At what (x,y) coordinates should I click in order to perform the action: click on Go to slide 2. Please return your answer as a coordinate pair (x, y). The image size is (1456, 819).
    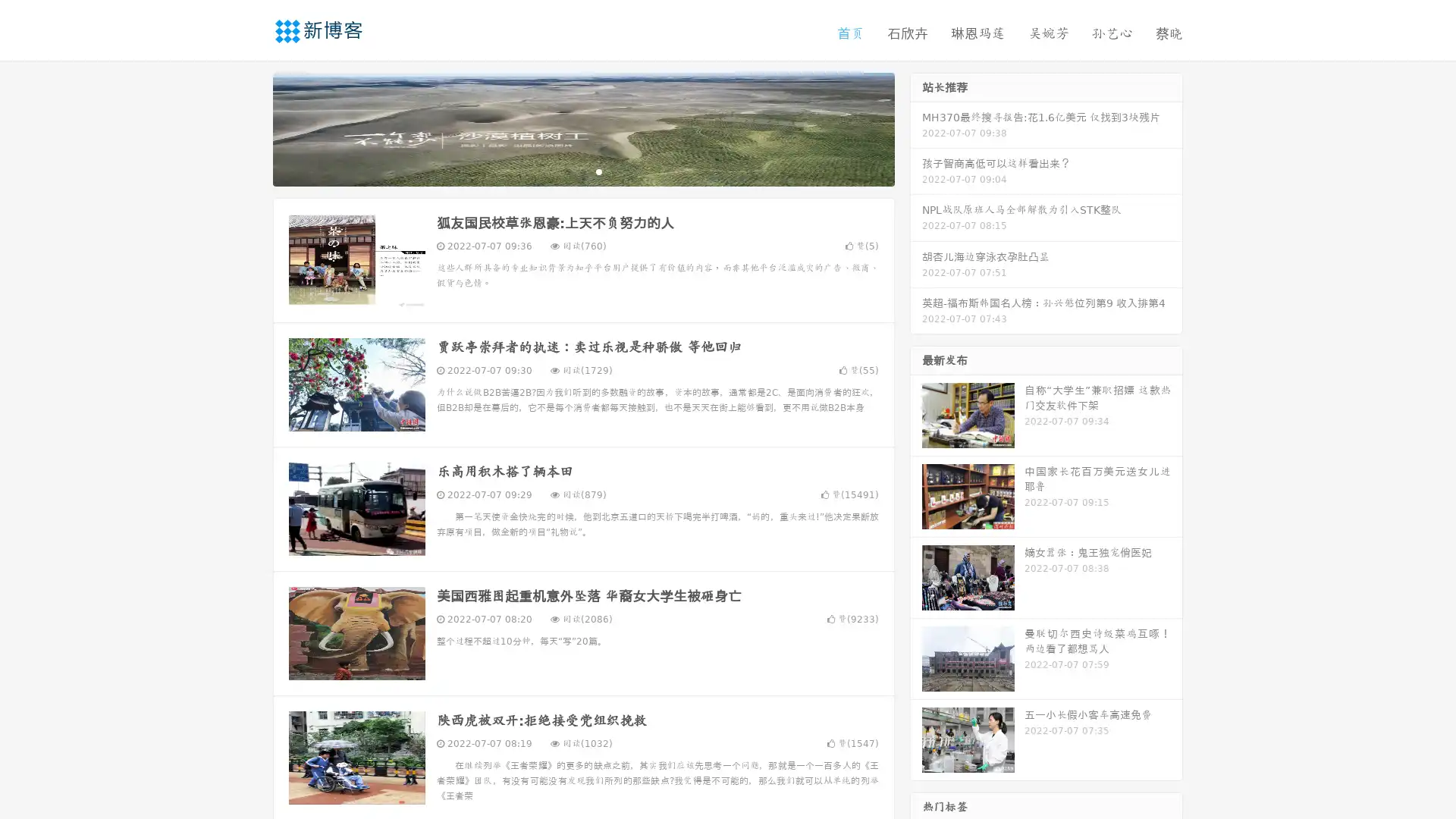
    Looking at the image, I should click on (582, 171).